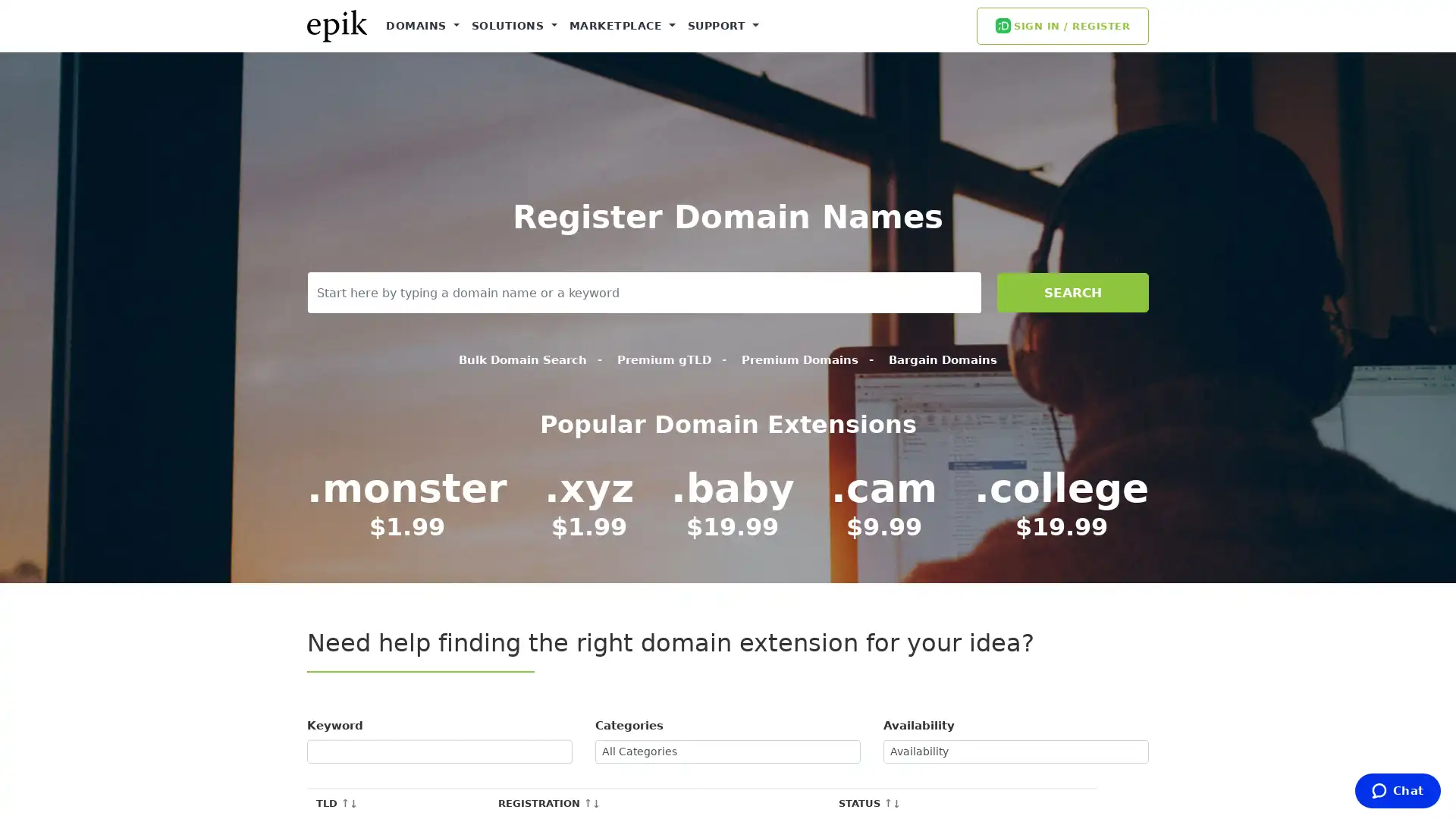 The height and width of the screenshot is (819, 1456). Describe the element at coordinates (1072, 292) in the screenshot. I see `SEARCH` at that location.